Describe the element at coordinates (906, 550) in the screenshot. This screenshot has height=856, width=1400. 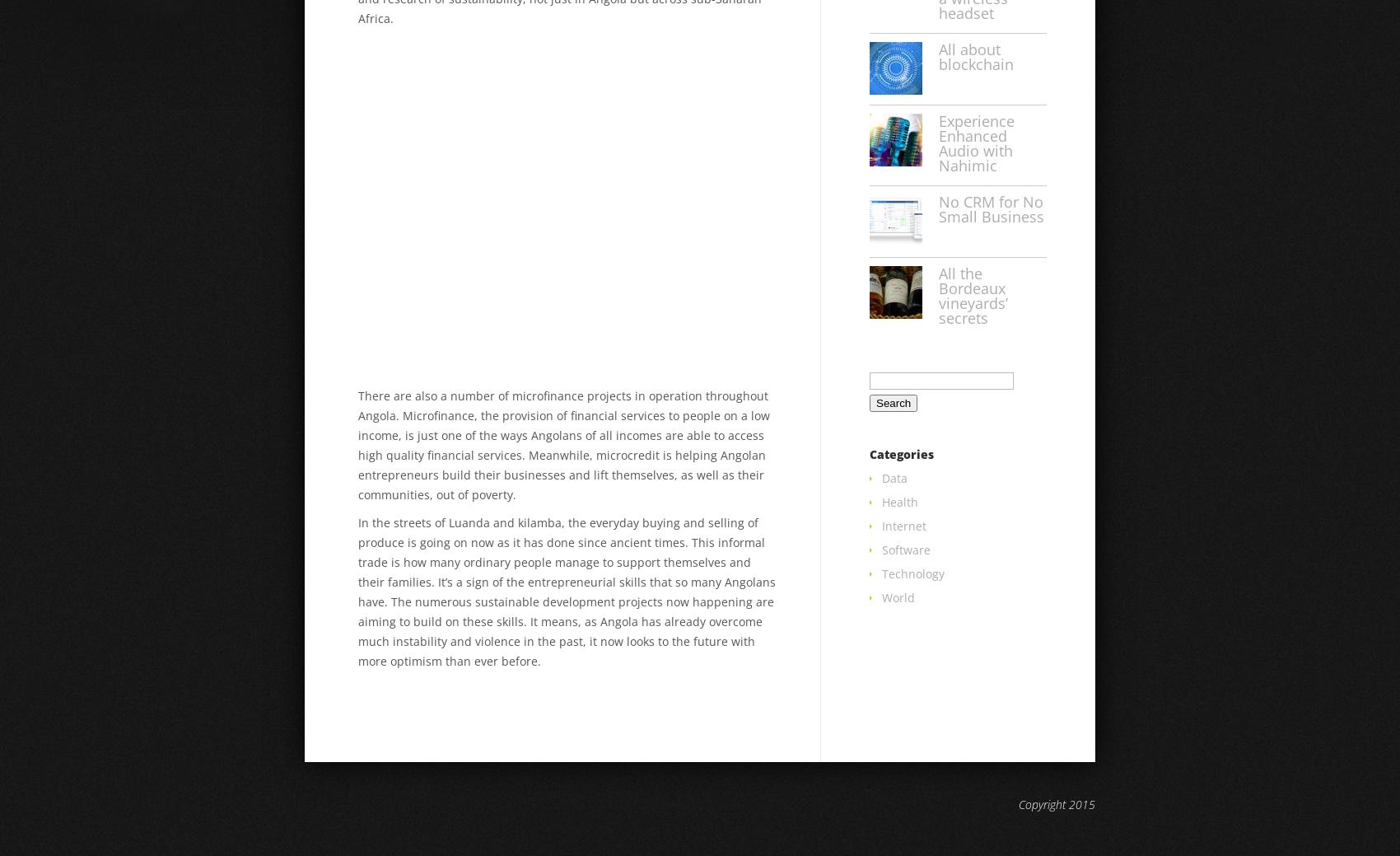
I see `'Software'` at that location.